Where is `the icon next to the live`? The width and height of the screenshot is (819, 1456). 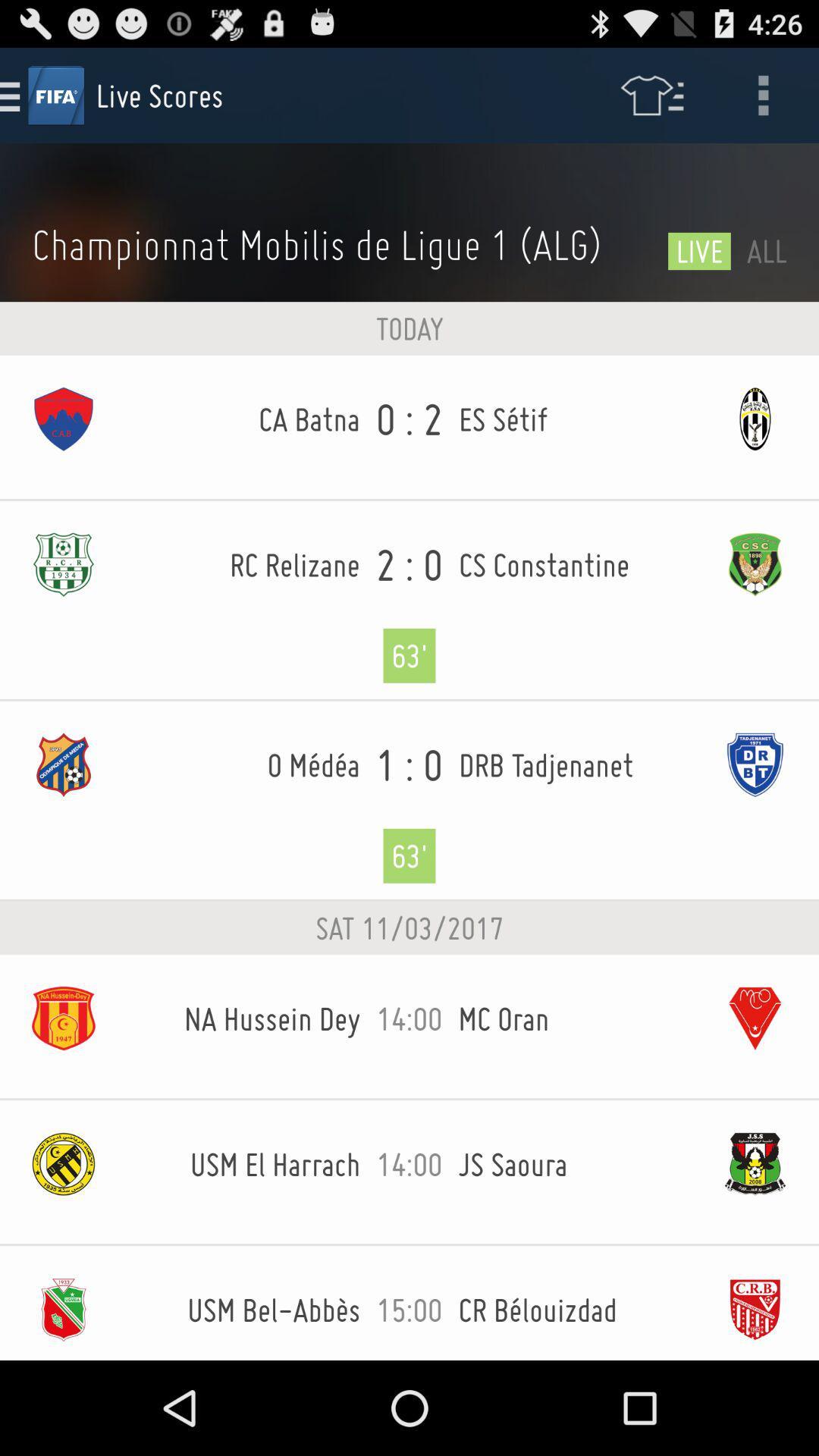
the icon next to the live is located at coordinates (342, 244).